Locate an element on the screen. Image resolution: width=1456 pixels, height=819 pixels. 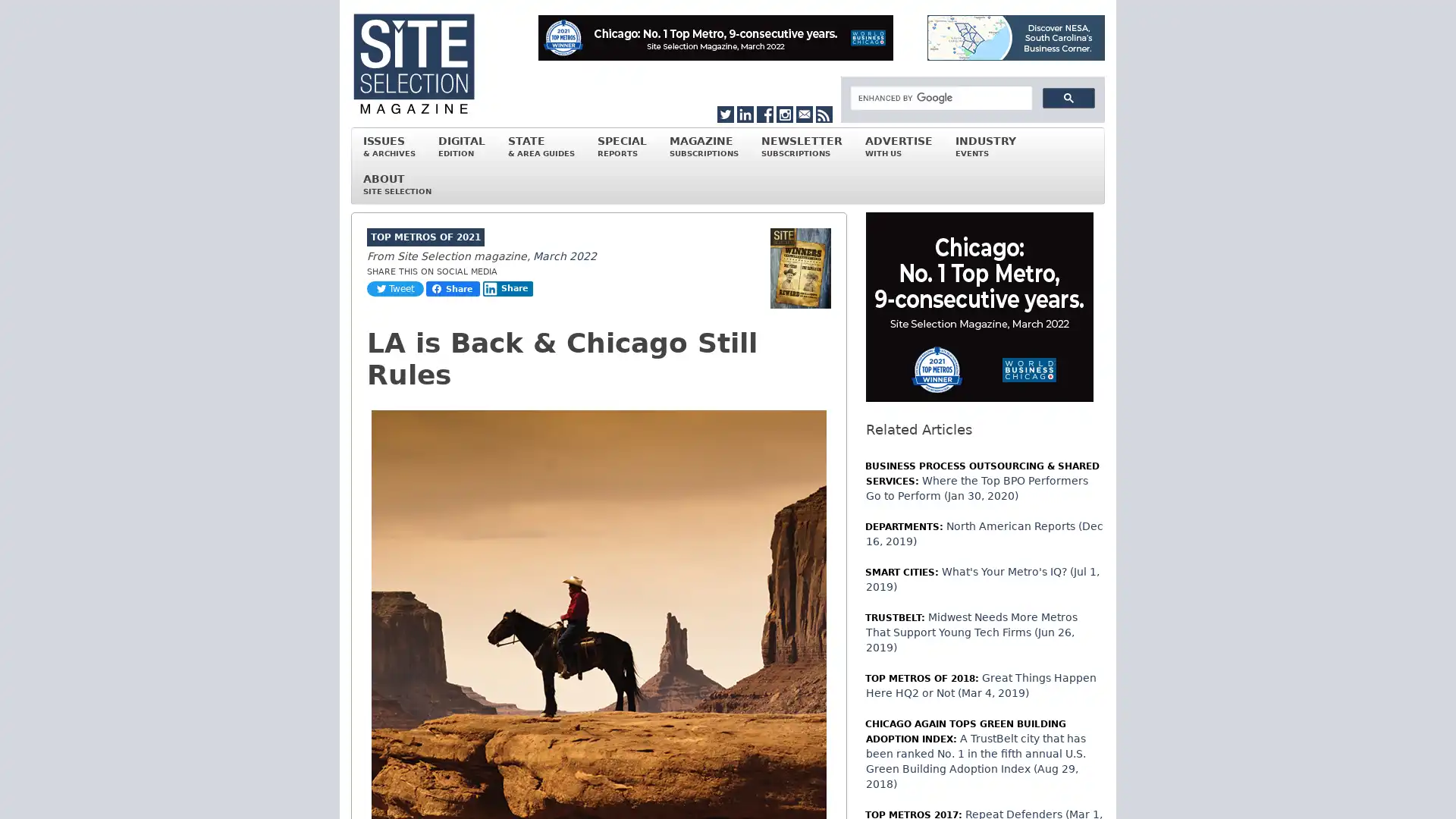
Share is located at coordinates (507, 289).